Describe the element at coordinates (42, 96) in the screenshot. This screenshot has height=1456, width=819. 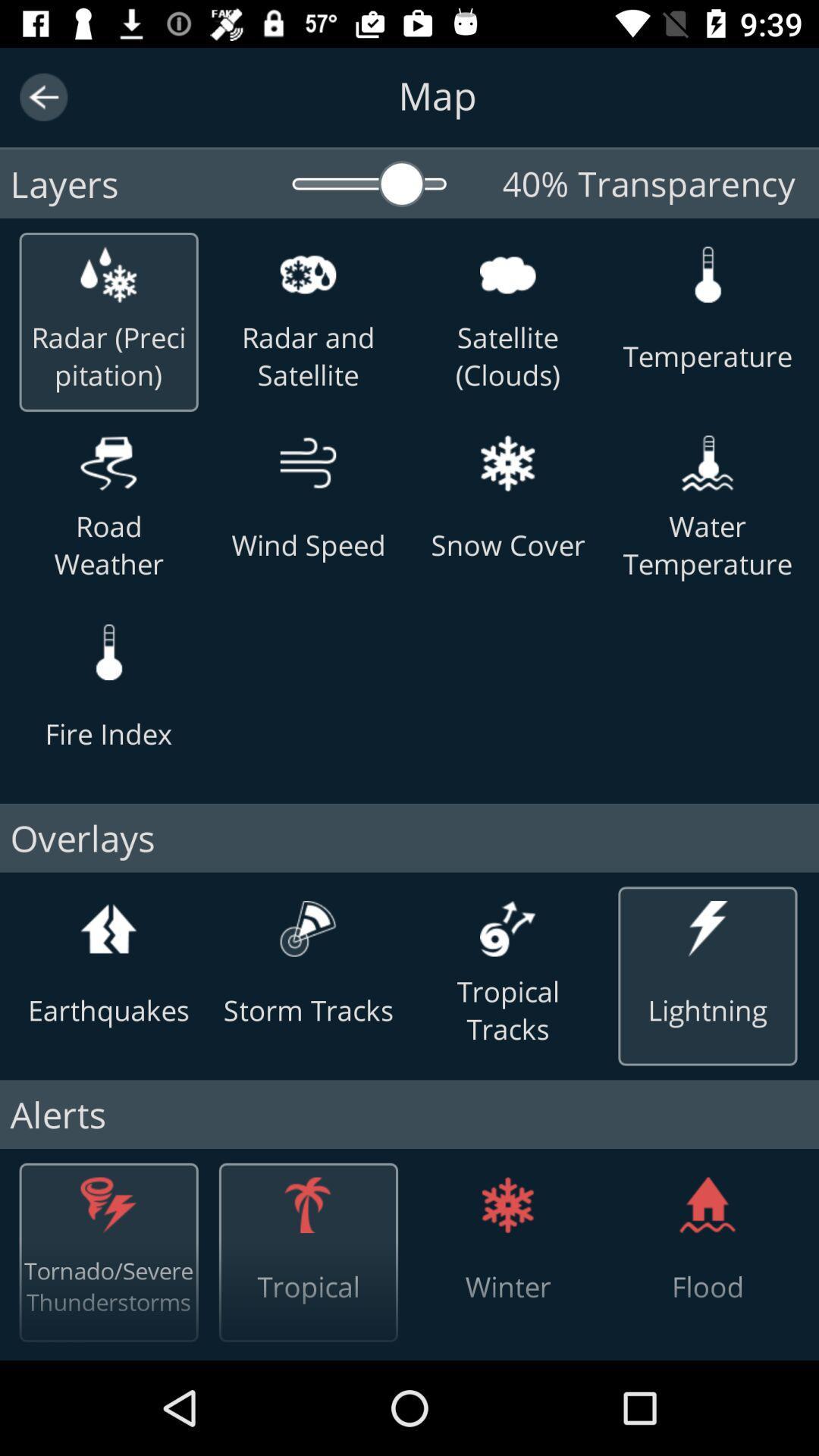
I see `the arrow_backward icon` at that location.